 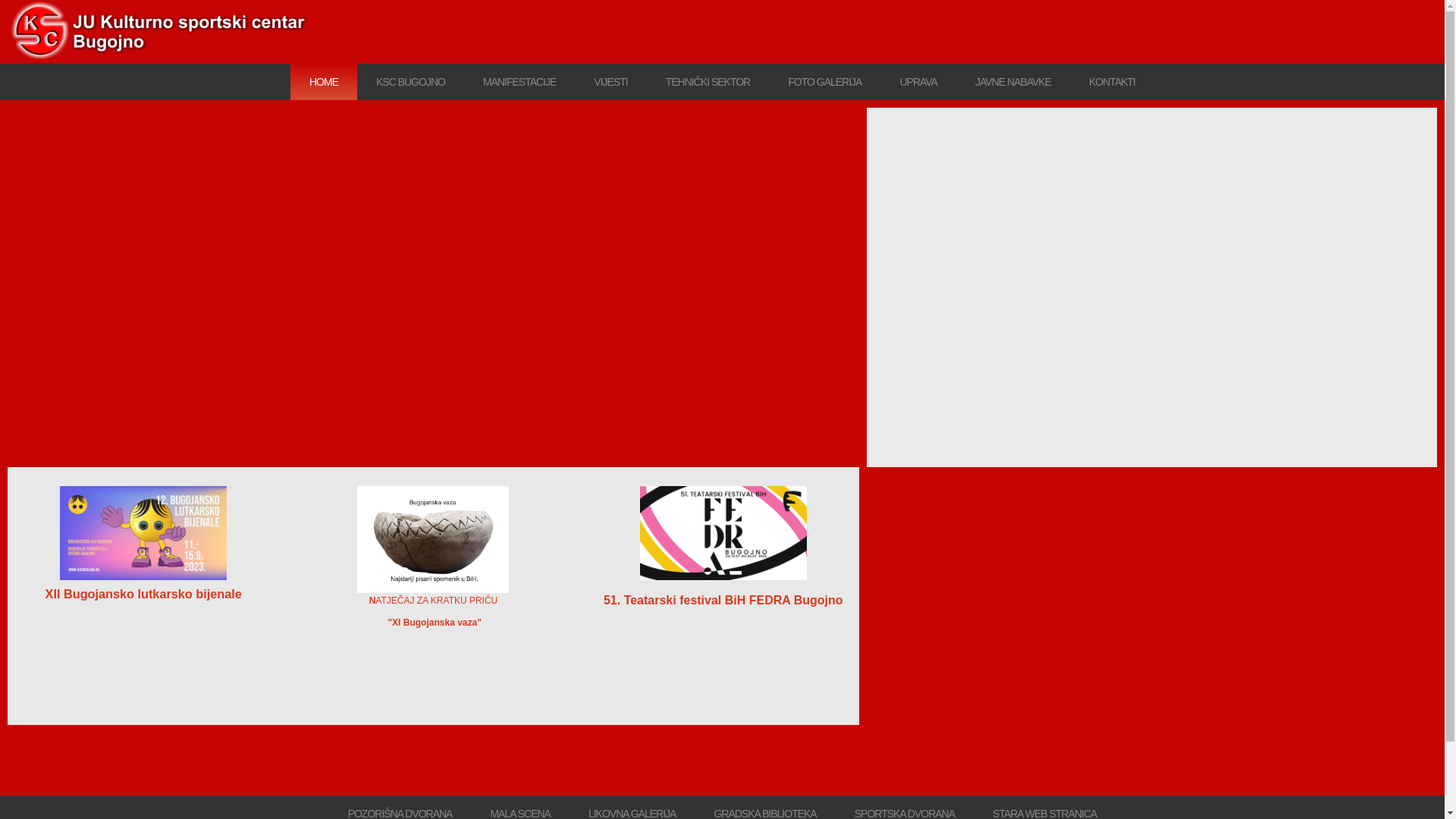 I want to click on 'KSC BUGOJNO', so click(x=410, y=82).